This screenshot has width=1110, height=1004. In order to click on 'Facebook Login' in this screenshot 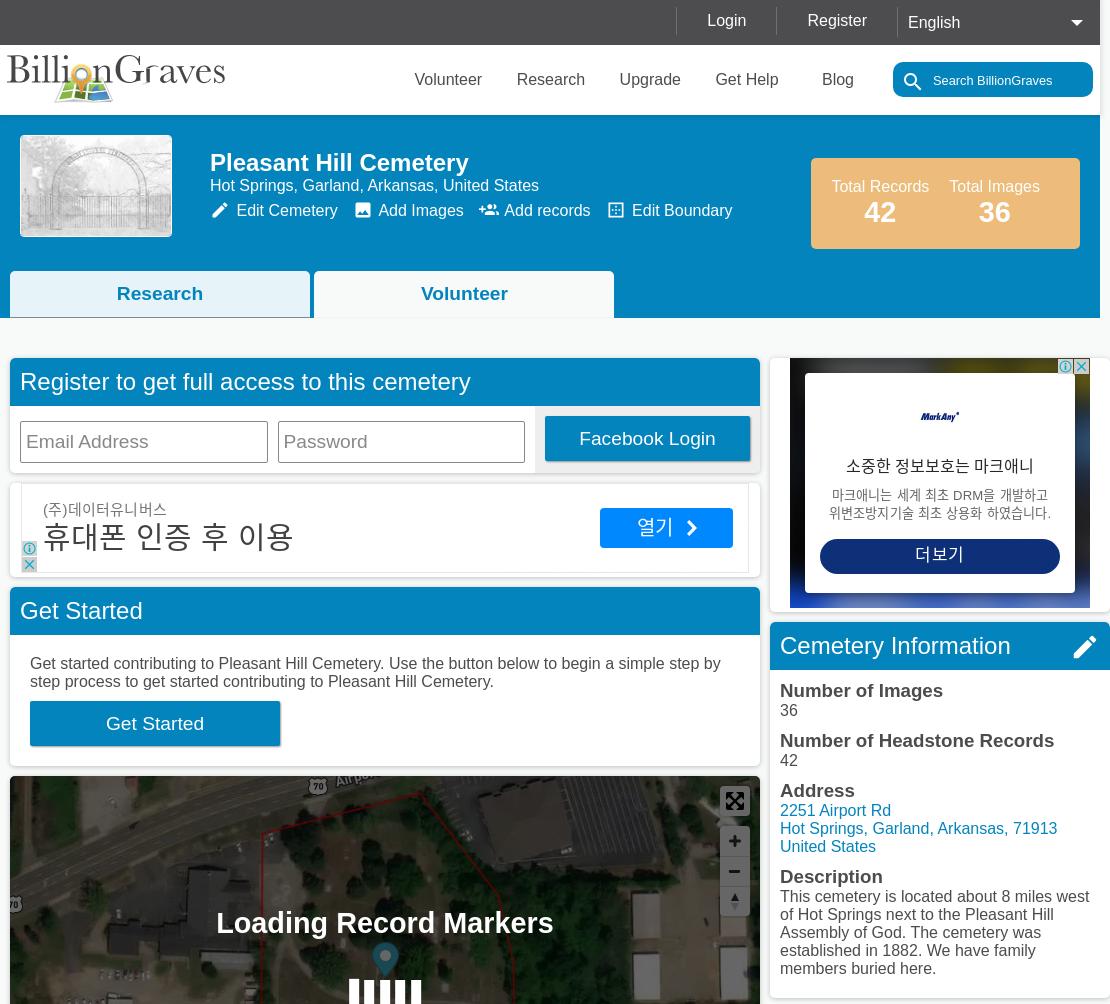, I will do `click(646, 437)`.